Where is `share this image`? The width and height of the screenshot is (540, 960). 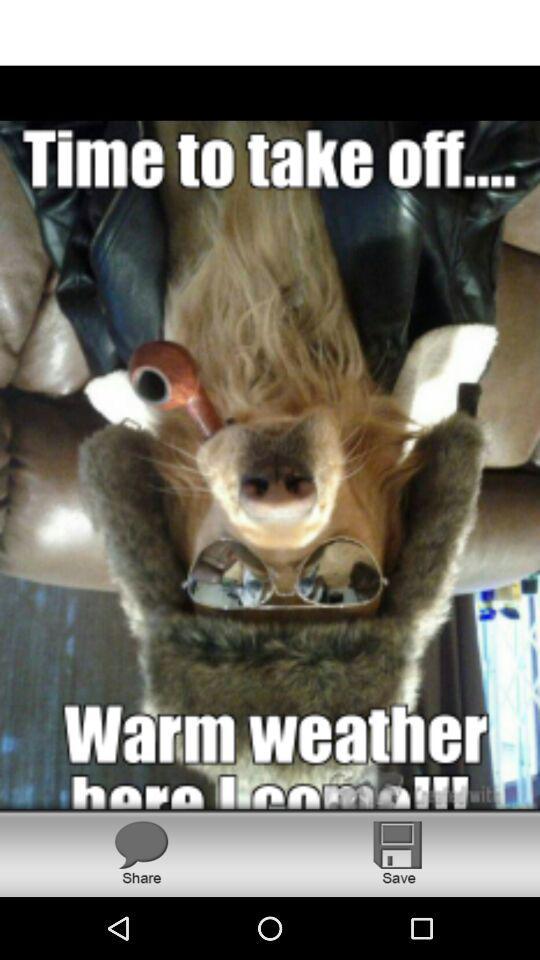
share this image is located at coordinates (140, 851).